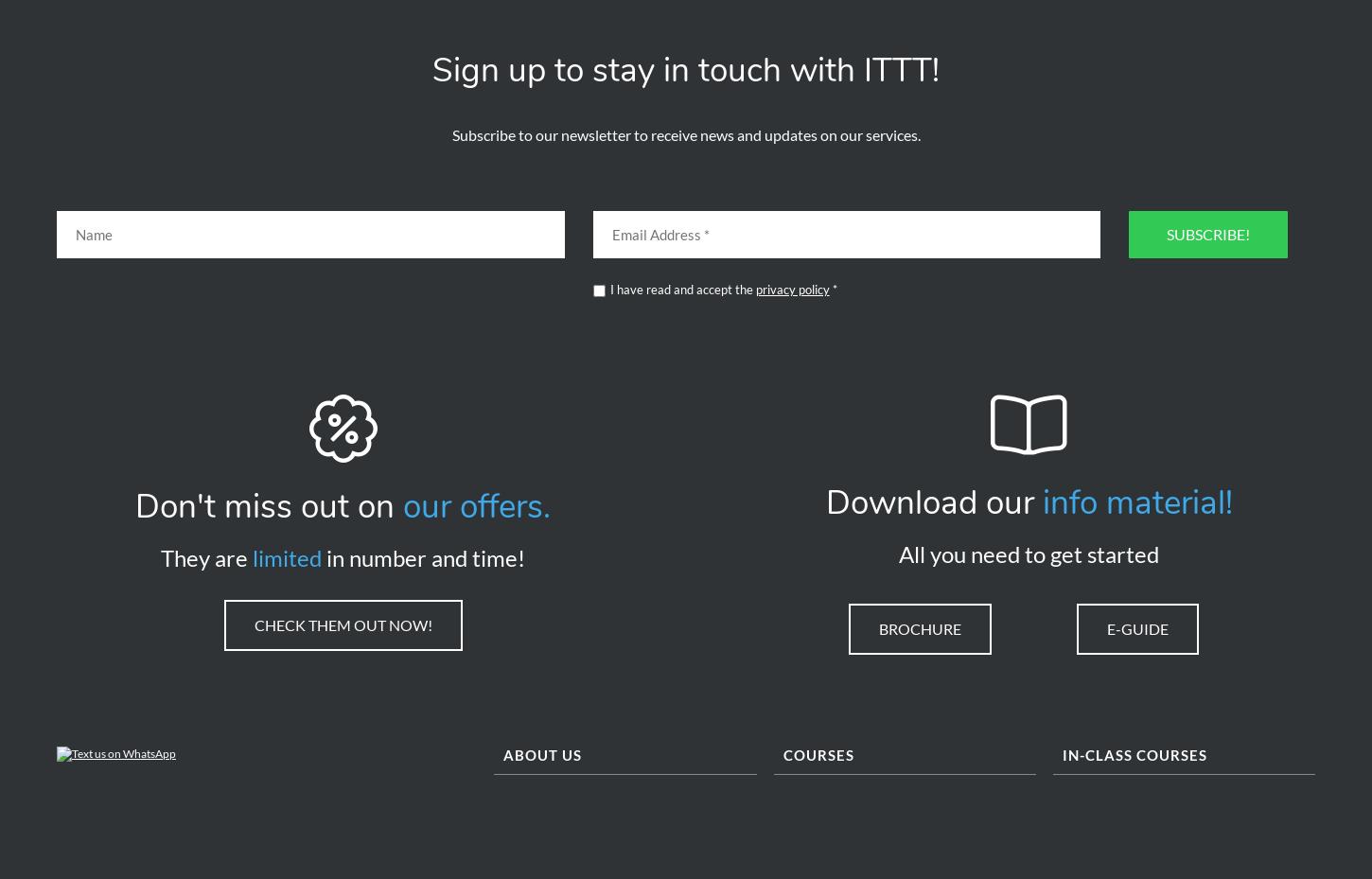 The width and height of the screenshot is (1372, 879). I want to click on 'In-class Courses', so click(1061, 762).